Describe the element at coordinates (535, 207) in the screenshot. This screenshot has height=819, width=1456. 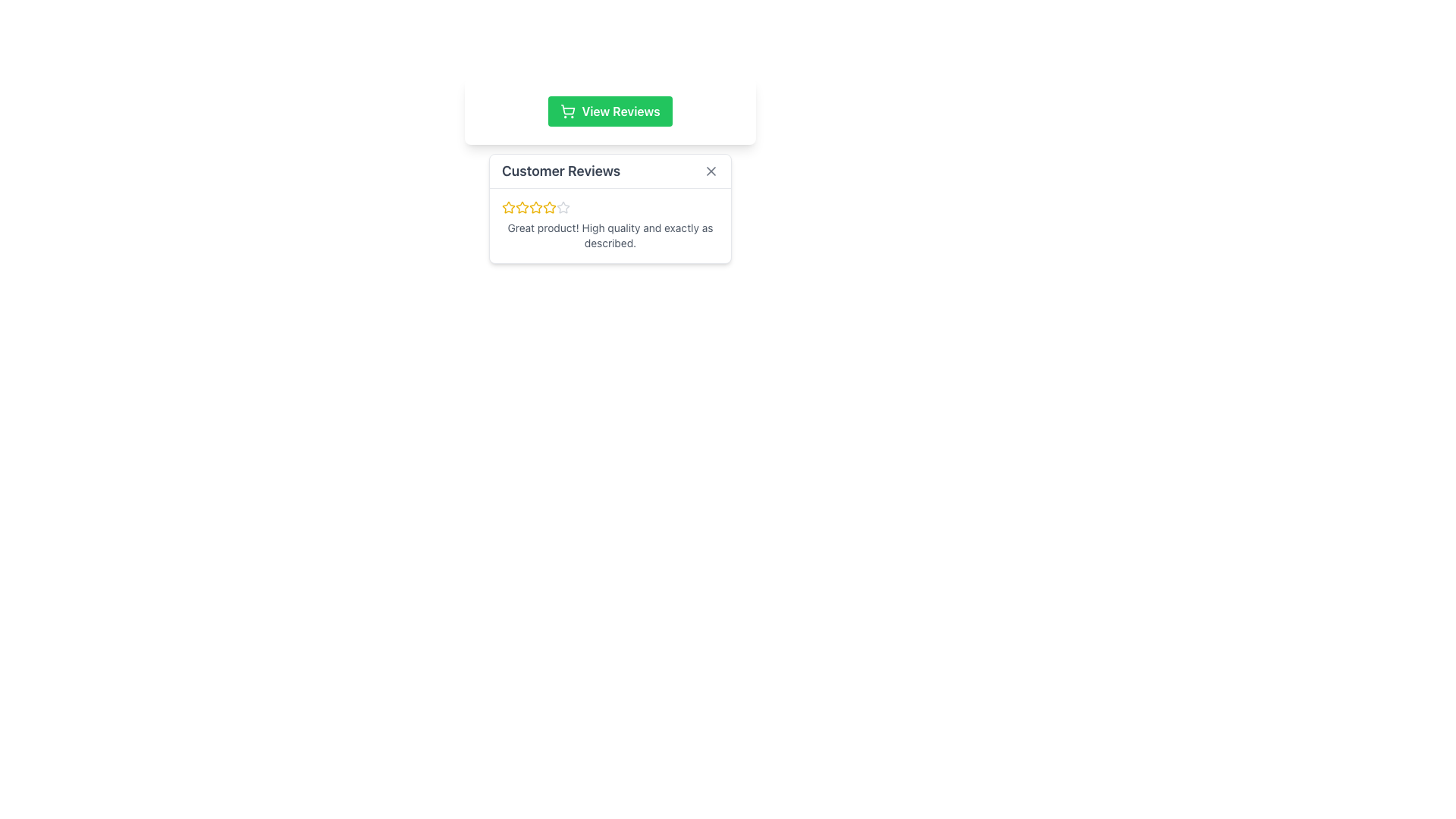
I see `the fifth star in the rating system, which is part of a sequence of seven stars located near the top of the 'Customer Reviews' section, to adjust the rating` at that location.